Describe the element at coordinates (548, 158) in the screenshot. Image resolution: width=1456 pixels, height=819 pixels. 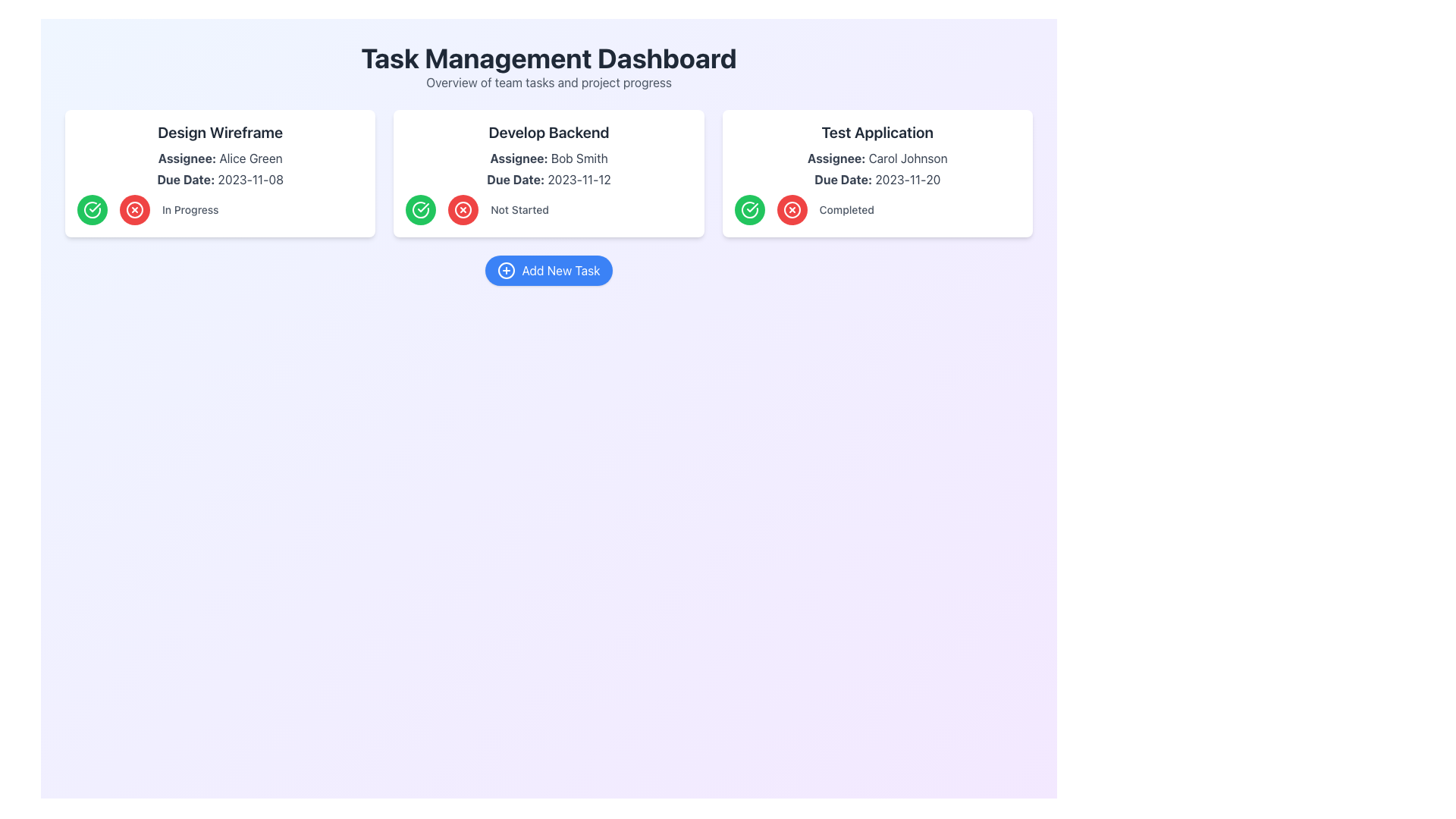
I see `the label indicating the individual responsible for the task in the 'Develop Backend' card, located below the task title and above the due date` at that location.